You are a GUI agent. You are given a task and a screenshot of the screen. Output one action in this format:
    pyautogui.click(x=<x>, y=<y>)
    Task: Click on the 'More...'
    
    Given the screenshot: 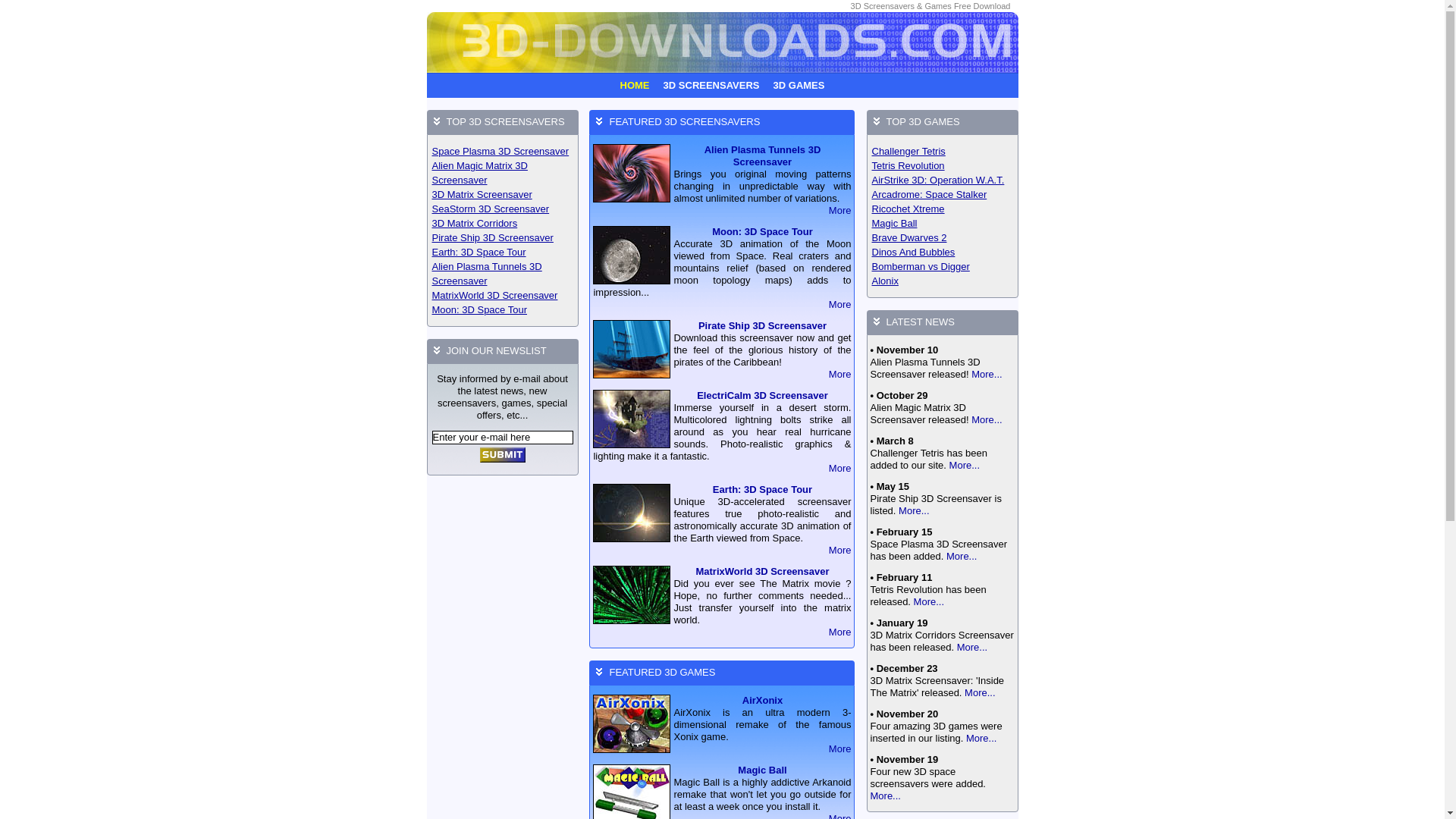 What is the action you would take?
    pyautogui.click(x=986, y=374)
    